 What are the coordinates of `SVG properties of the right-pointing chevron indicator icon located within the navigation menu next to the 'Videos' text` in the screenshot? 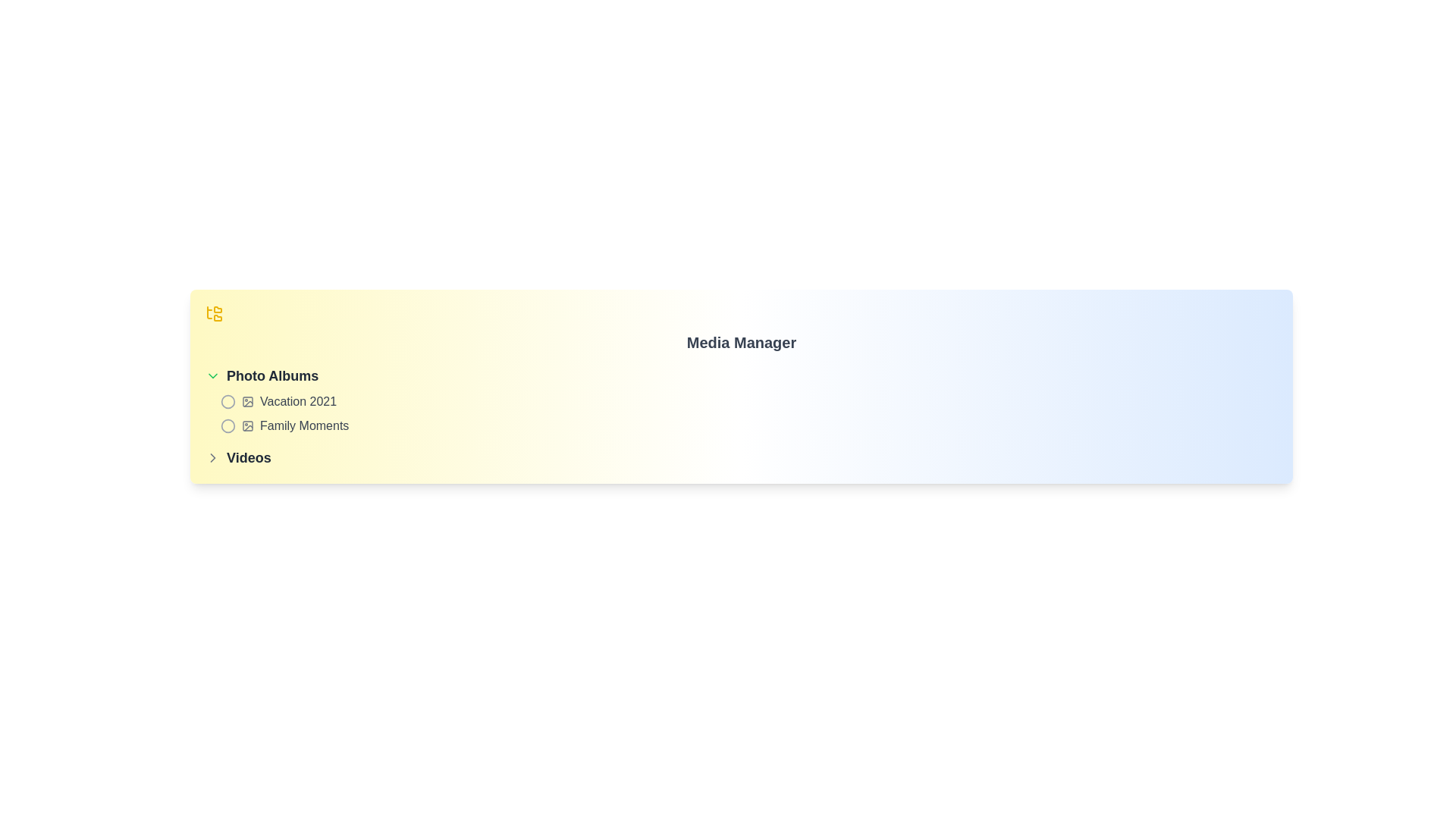 It's located at (212, 457).